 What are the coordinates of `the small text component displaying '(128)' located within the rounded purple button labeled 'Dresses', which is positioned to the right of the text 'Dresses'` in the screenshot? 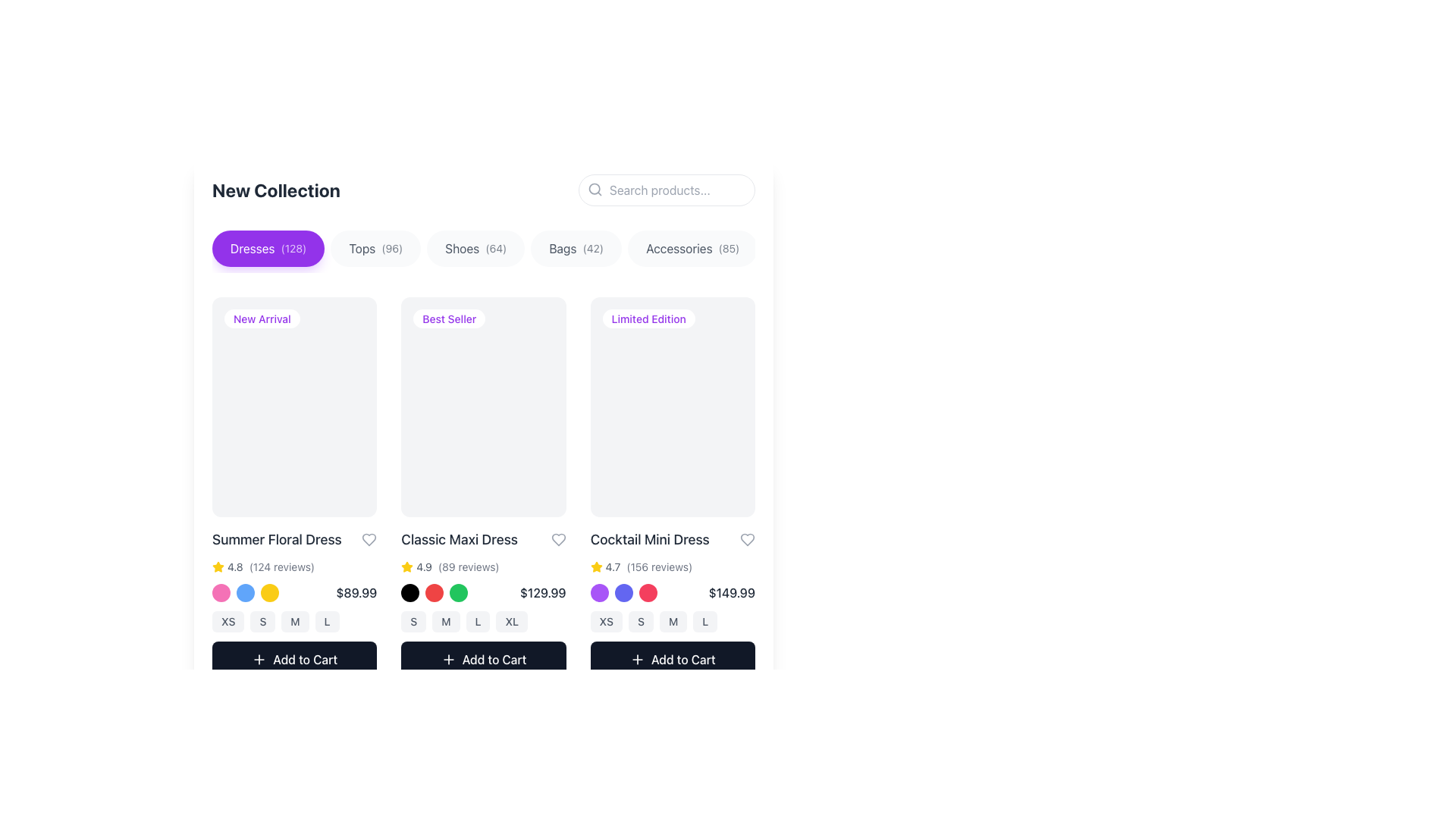 It's located at (293, 247).